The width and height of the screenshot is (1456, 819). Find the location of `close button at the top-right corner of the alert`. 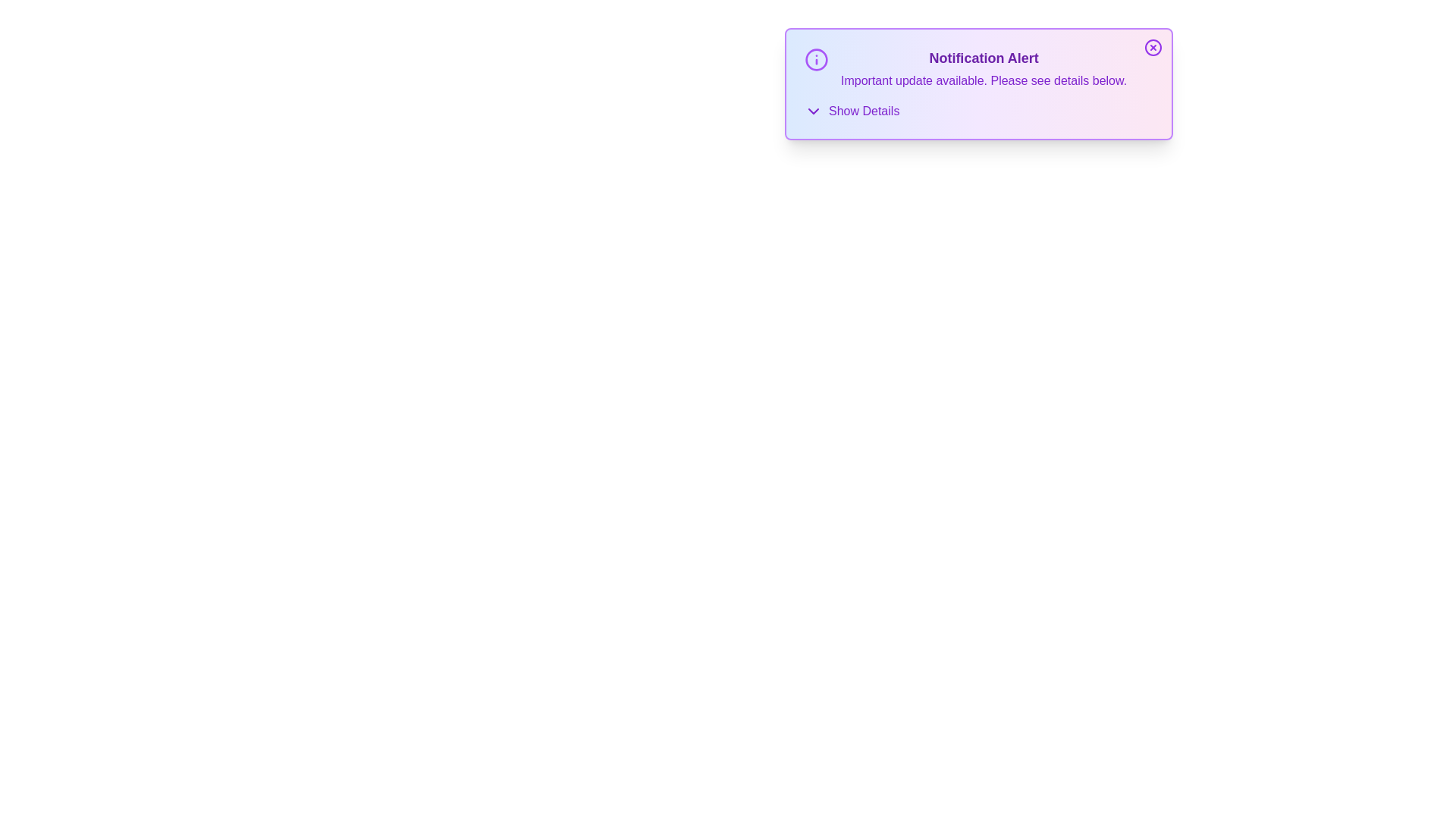

close button at the top-right corner of the alert is located at coordinates (1153, 46).